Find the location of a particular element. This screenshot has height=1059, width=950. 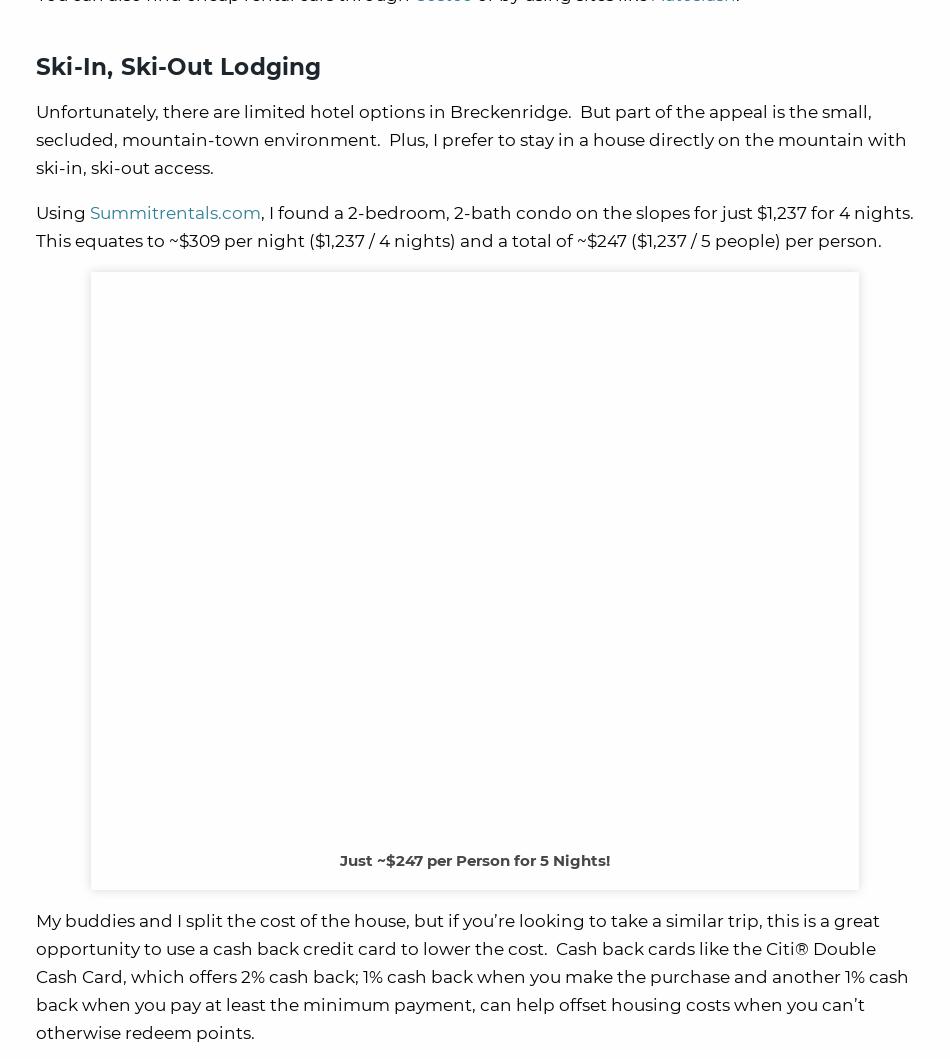

'Ski-In, Ski-Out Lodging' is located at coordinates (178, 65).